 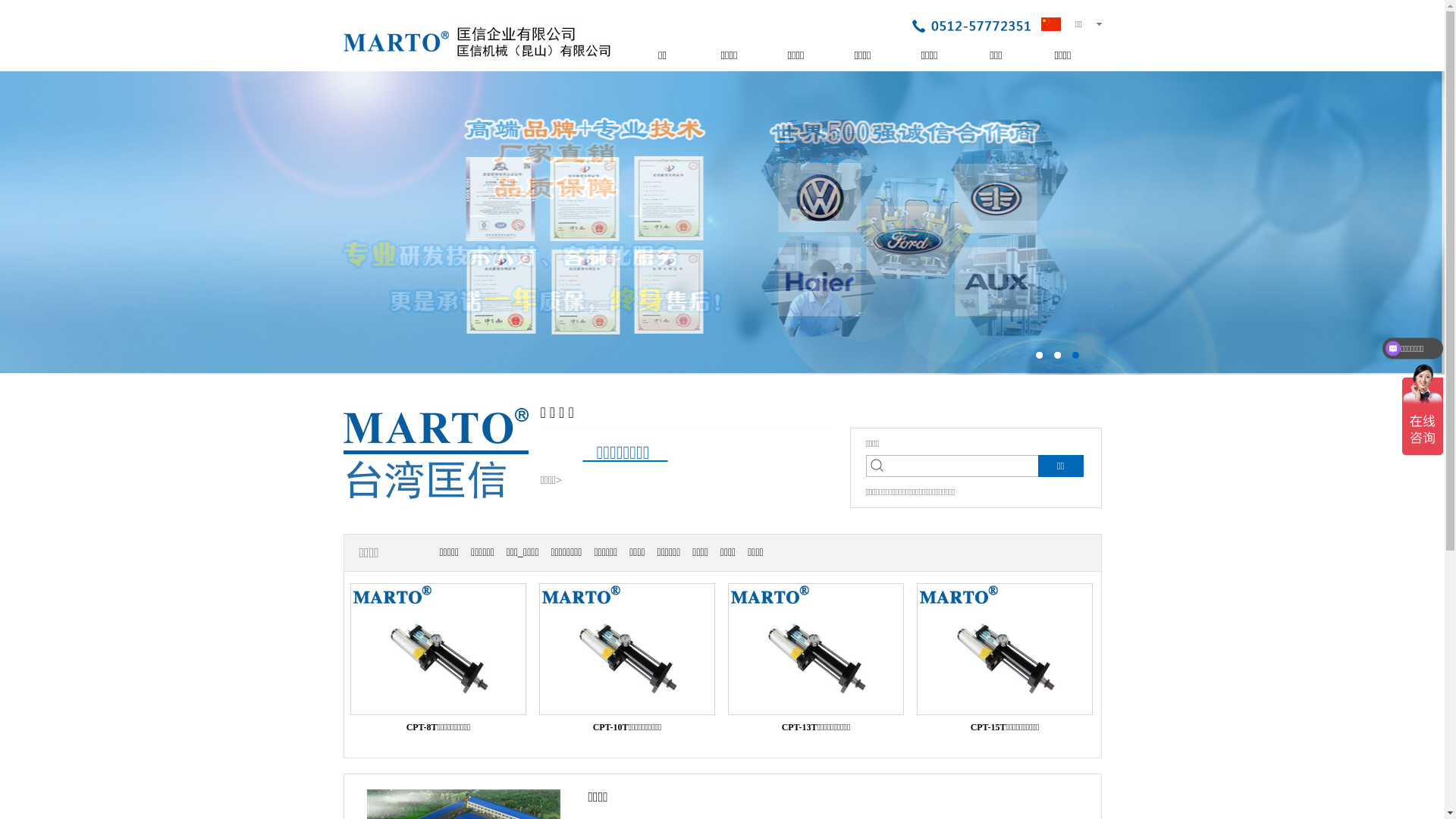 What do you see at coordinates (1075, 355) in the screenshot?
I see `'3'` at bounding box center [1075, 355].